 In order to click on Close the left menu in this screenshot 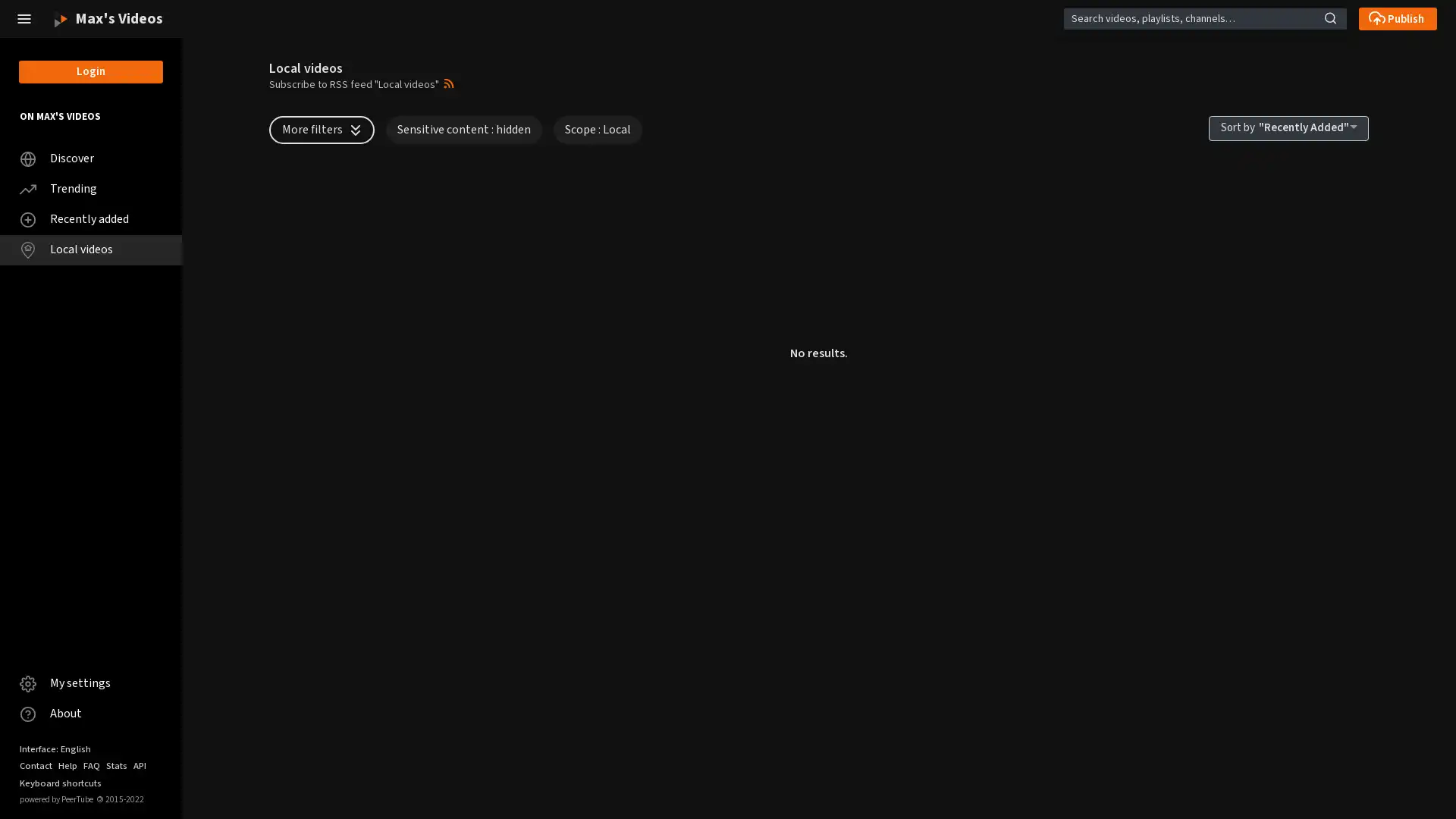, I will do `click(24, 18)`.